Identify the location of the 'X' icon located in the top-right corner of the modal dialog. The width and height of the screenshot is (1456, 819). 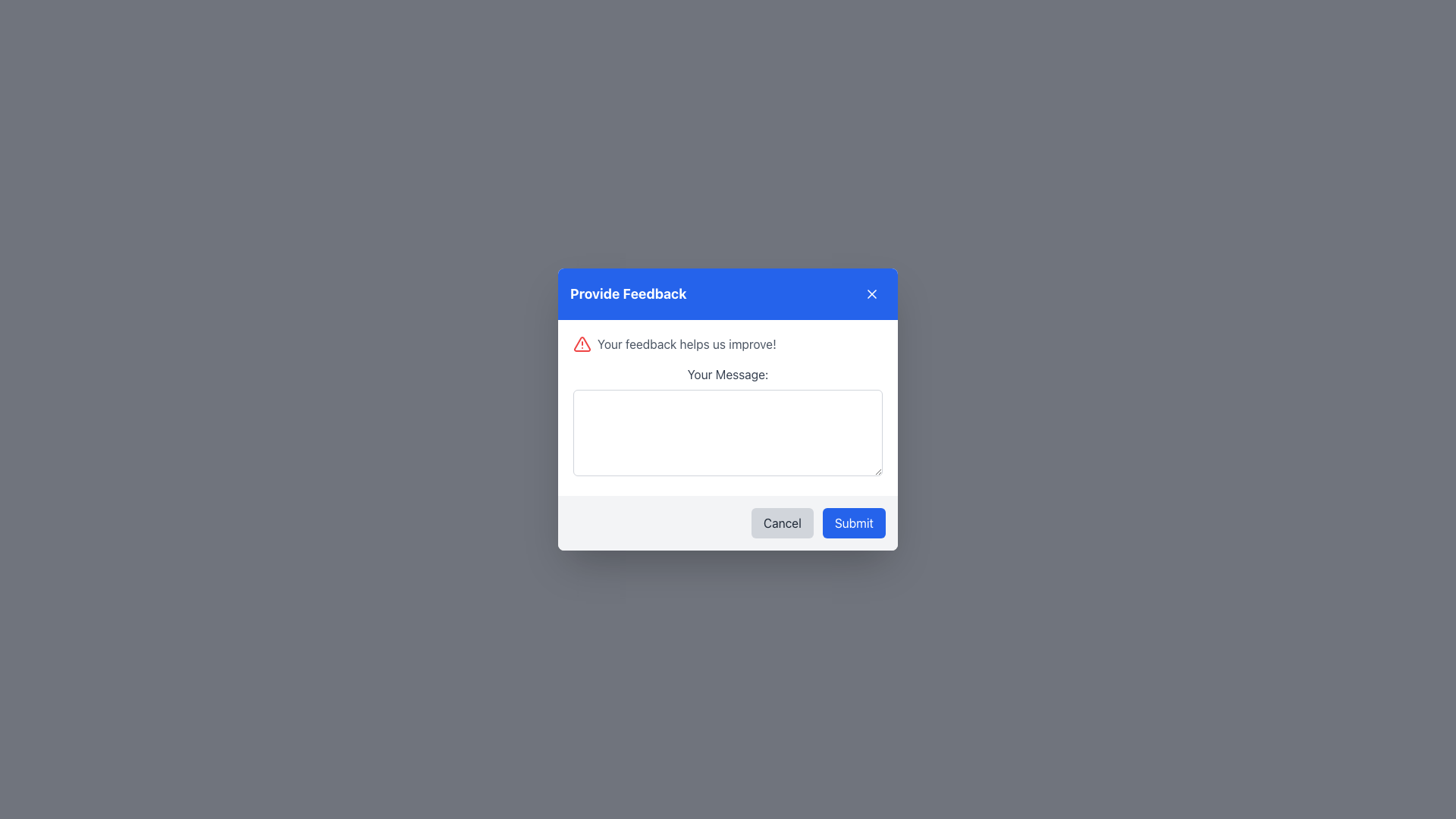
(872, 294).